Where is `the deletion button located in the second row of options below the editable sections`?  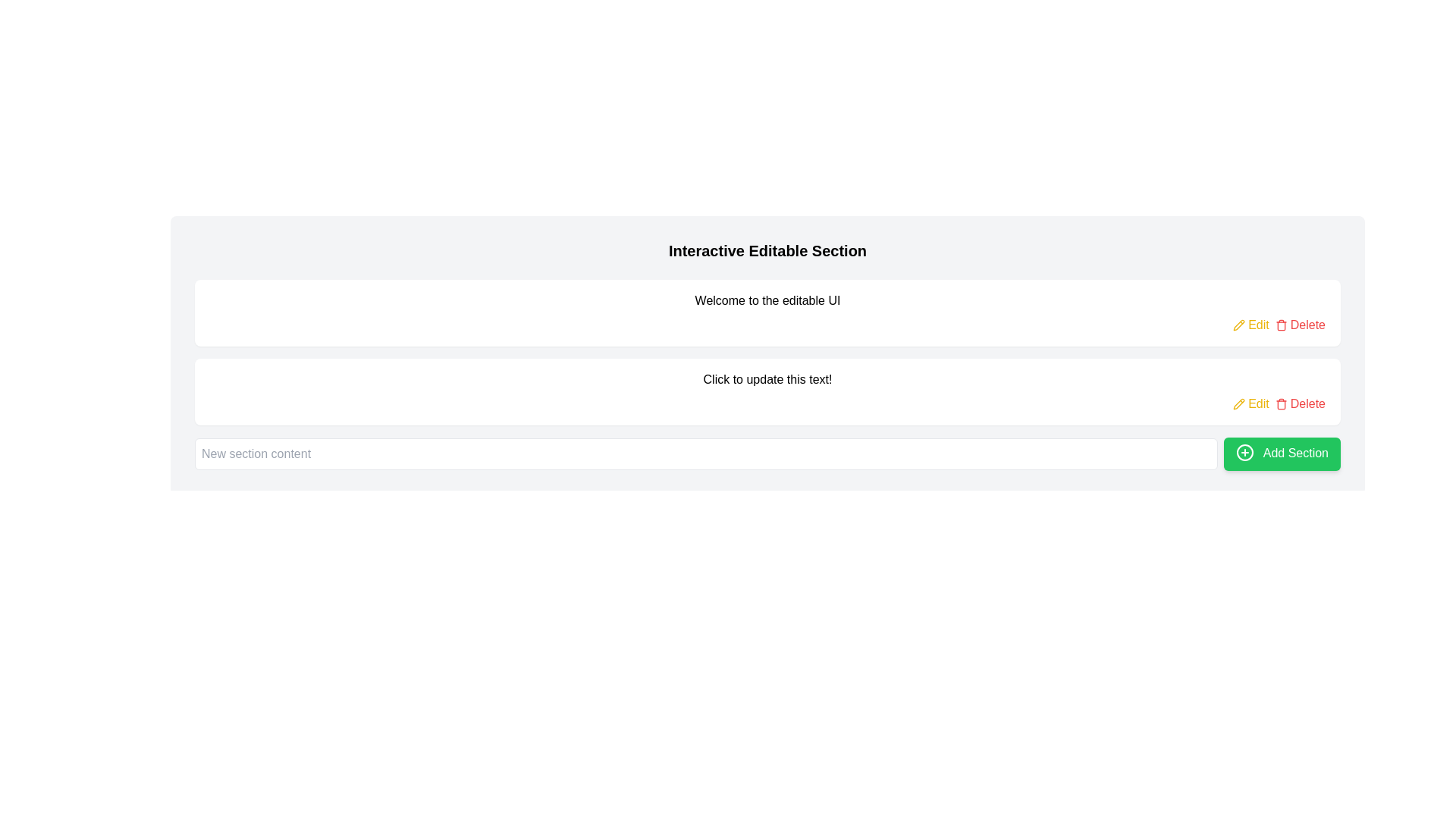 the deletion button located in the second row of options below the editable sections is located at coordinates (1299, 403).